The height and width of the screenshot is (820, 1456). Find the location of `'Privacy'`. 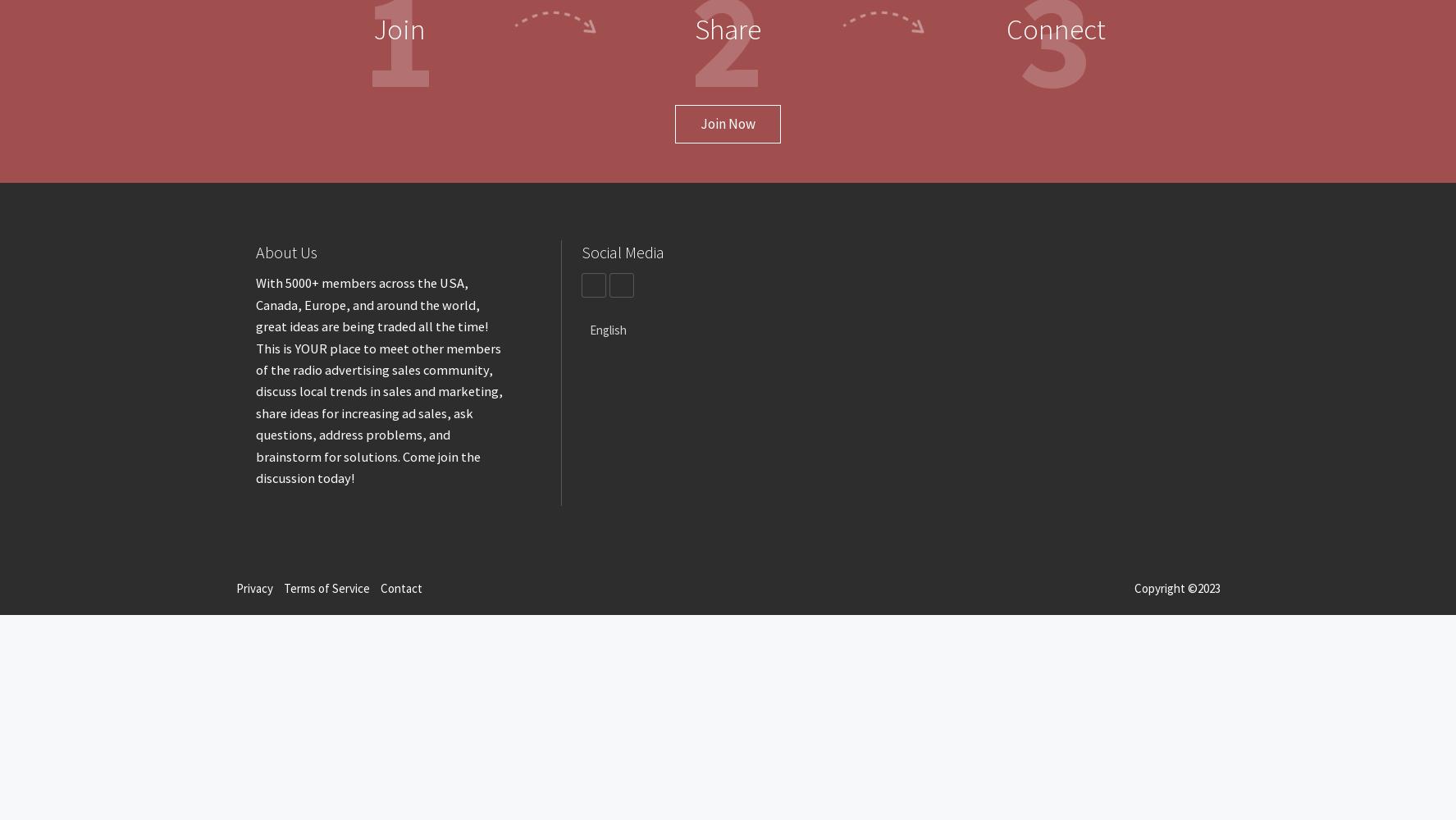

'Privacy' is located at coordinates (253, 587).